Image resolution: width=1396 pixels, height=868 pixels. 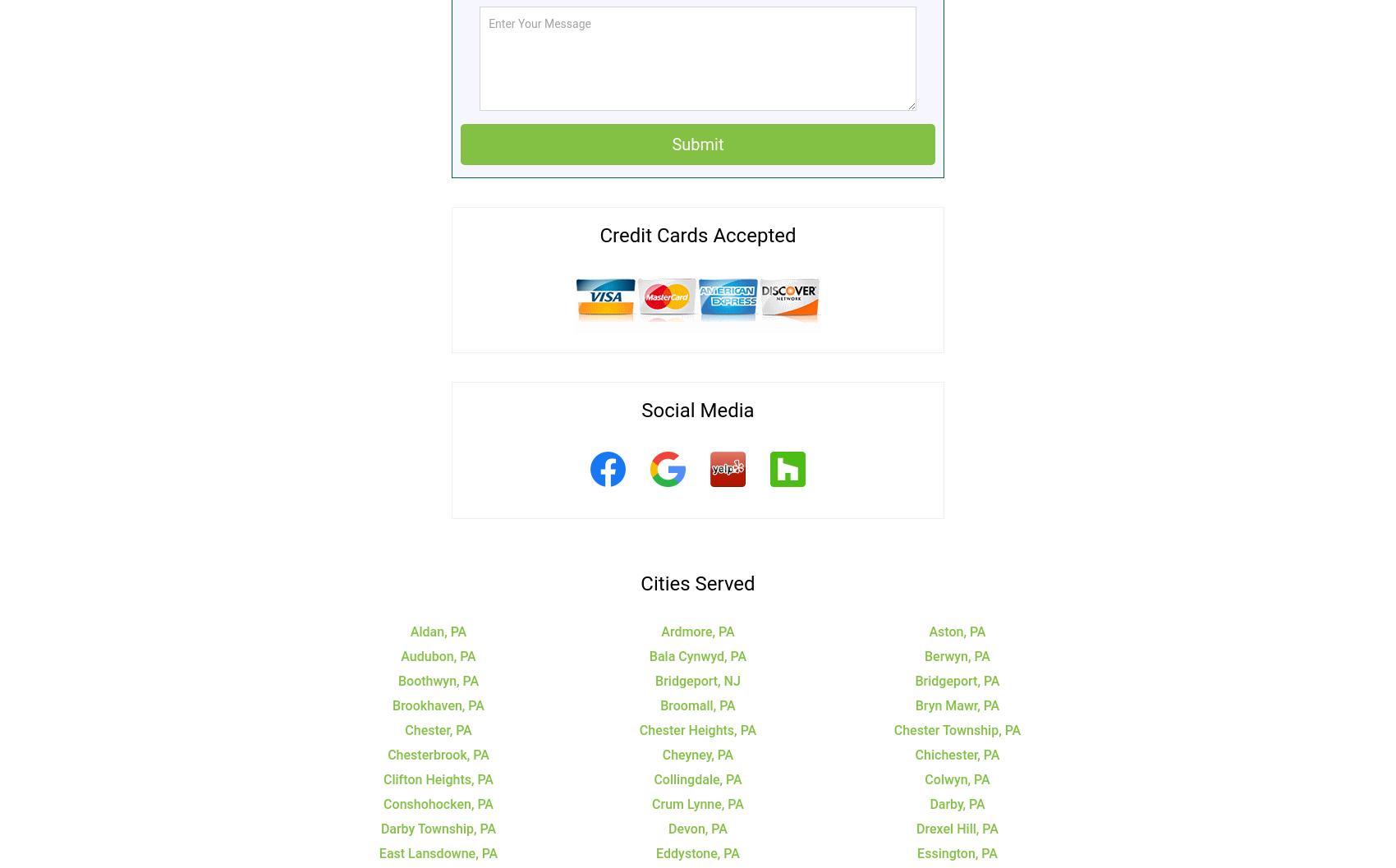 I want to click on 'Credit Cards Accepted', so click(x=696, y=234).